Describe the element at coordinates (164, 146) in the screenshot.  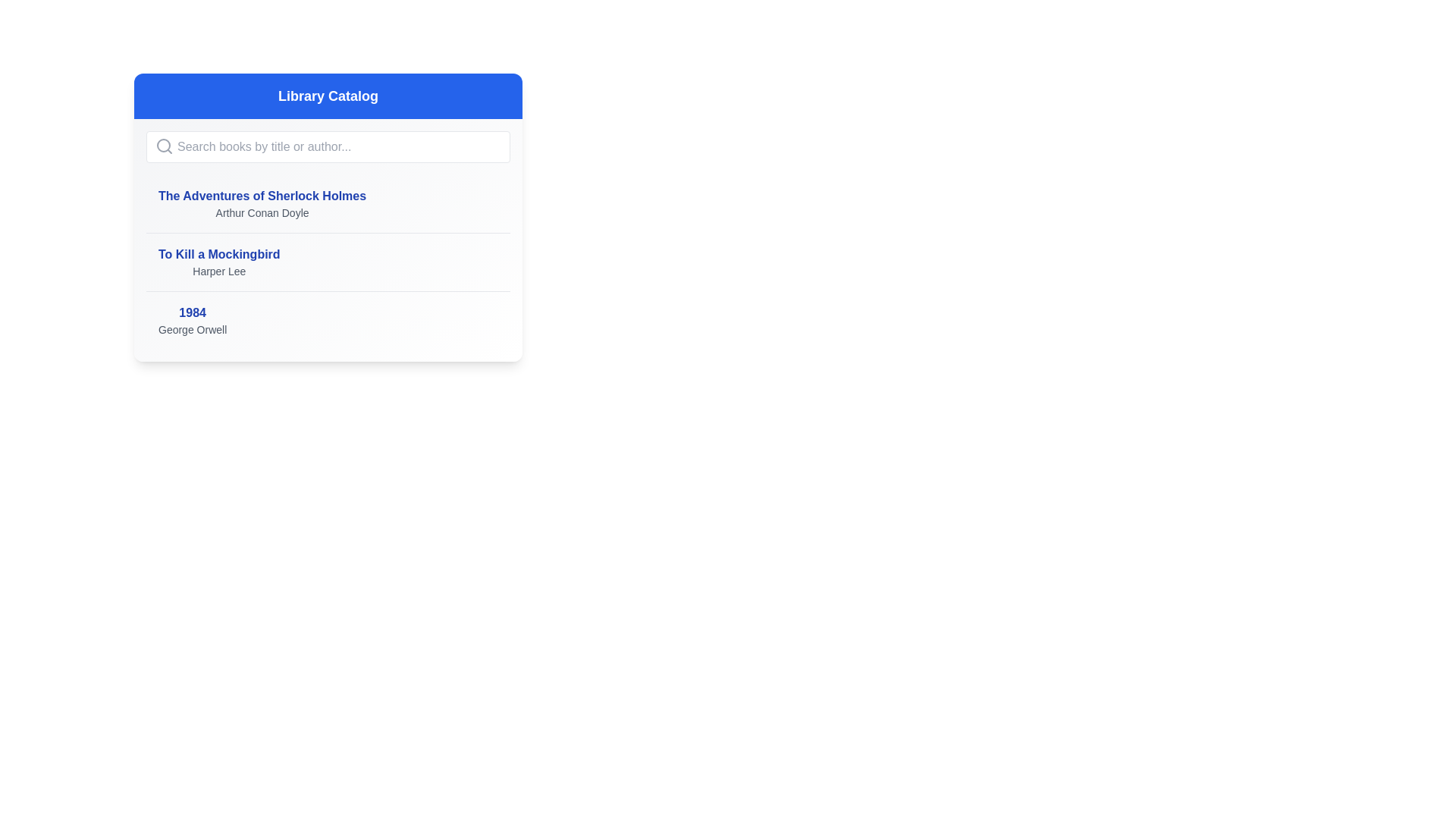
I see `the visual cue function of the search icon located at the top-left corner of the search bar, which indicates the purpose of the adjacent text input field for typing search queries` at that location.